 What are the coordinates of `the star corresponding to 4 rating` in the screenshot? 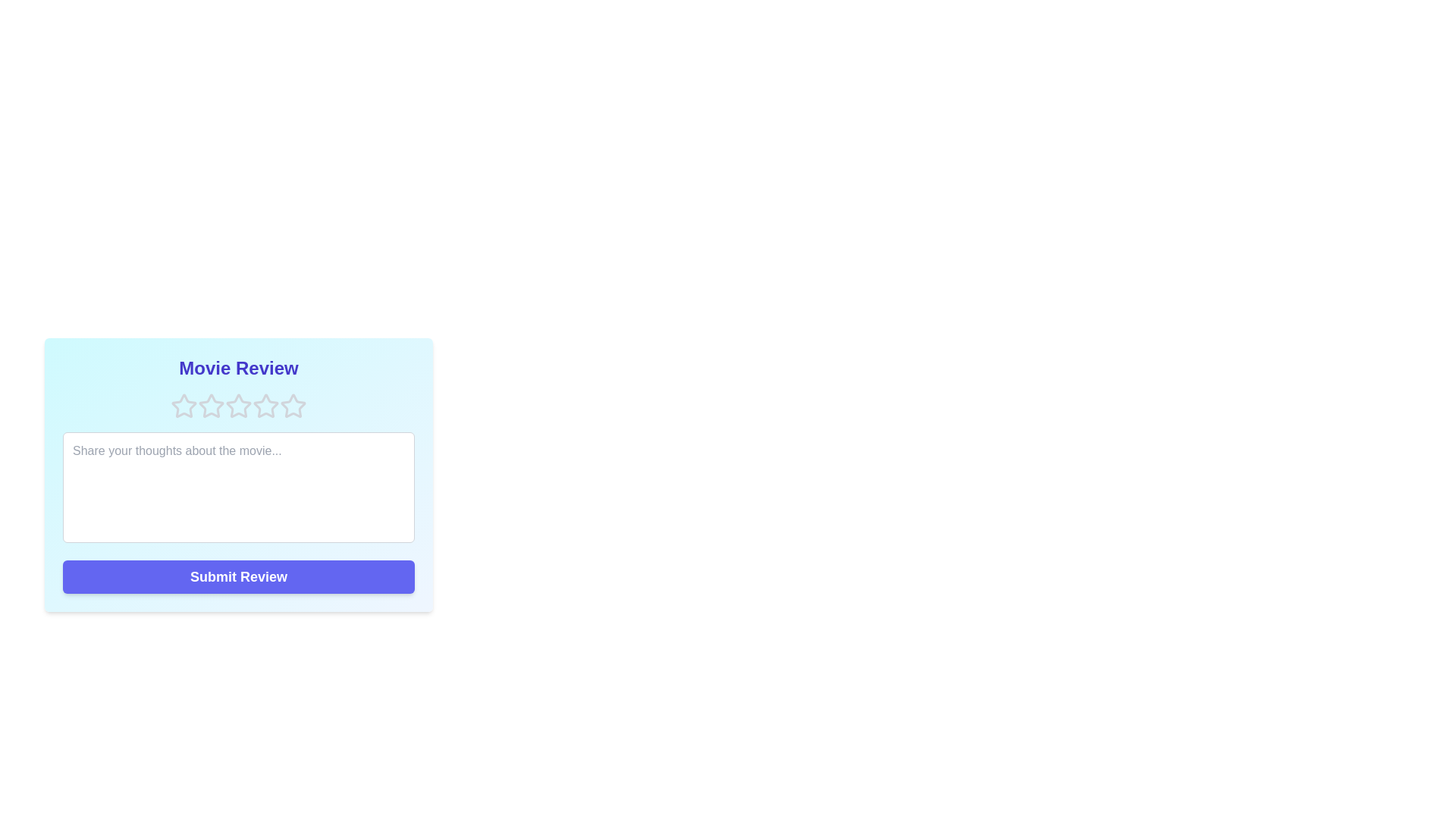 It's located at (265, 406).